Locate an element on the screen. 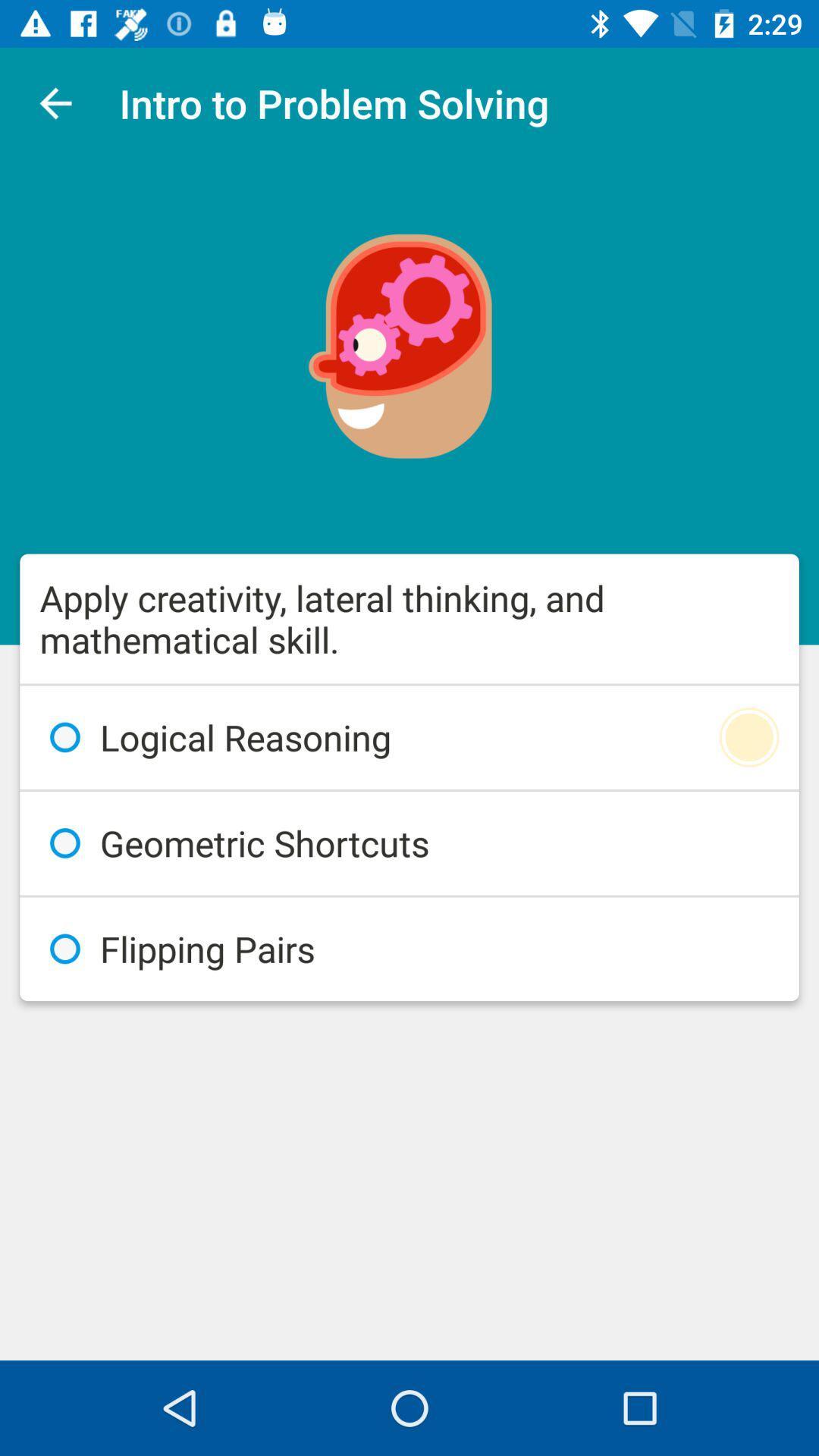  the icon next to the intro to problem app is located at coordinates (55, 102).